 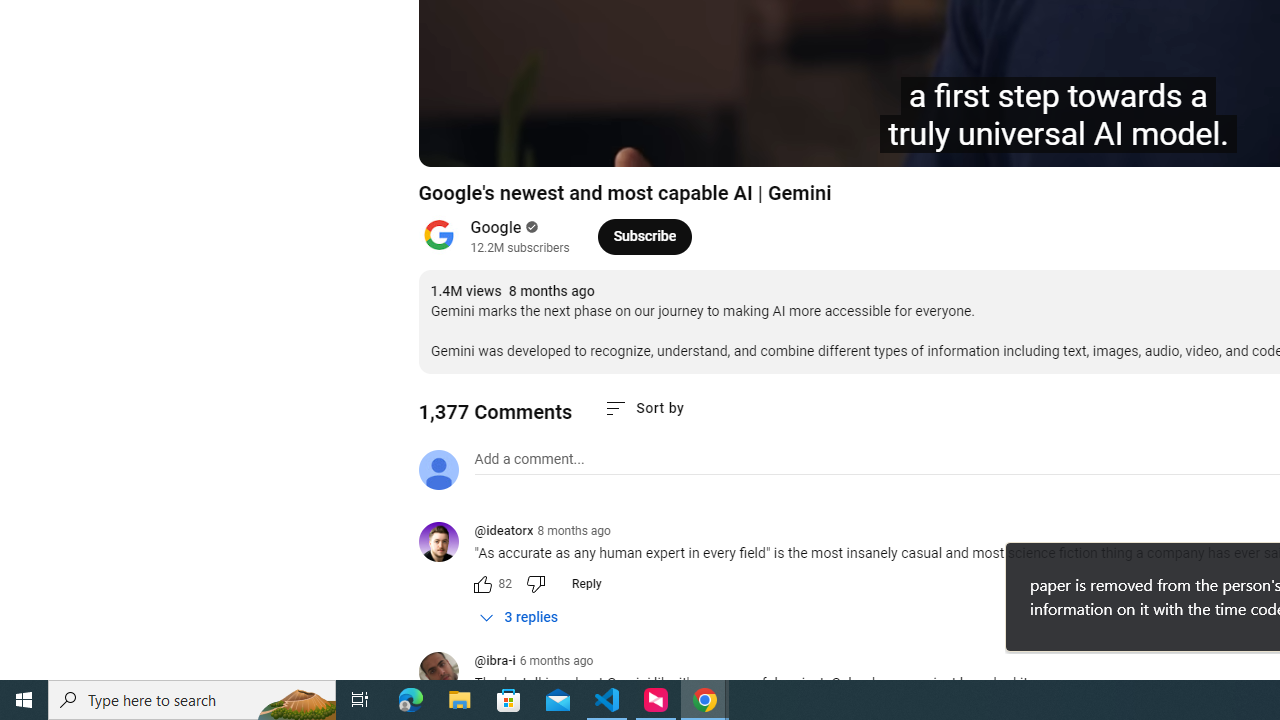 What do you see at coordinates (494, 662) in the screenshot?
I see `'@ibra-i'` at bounding box center [494, 662].